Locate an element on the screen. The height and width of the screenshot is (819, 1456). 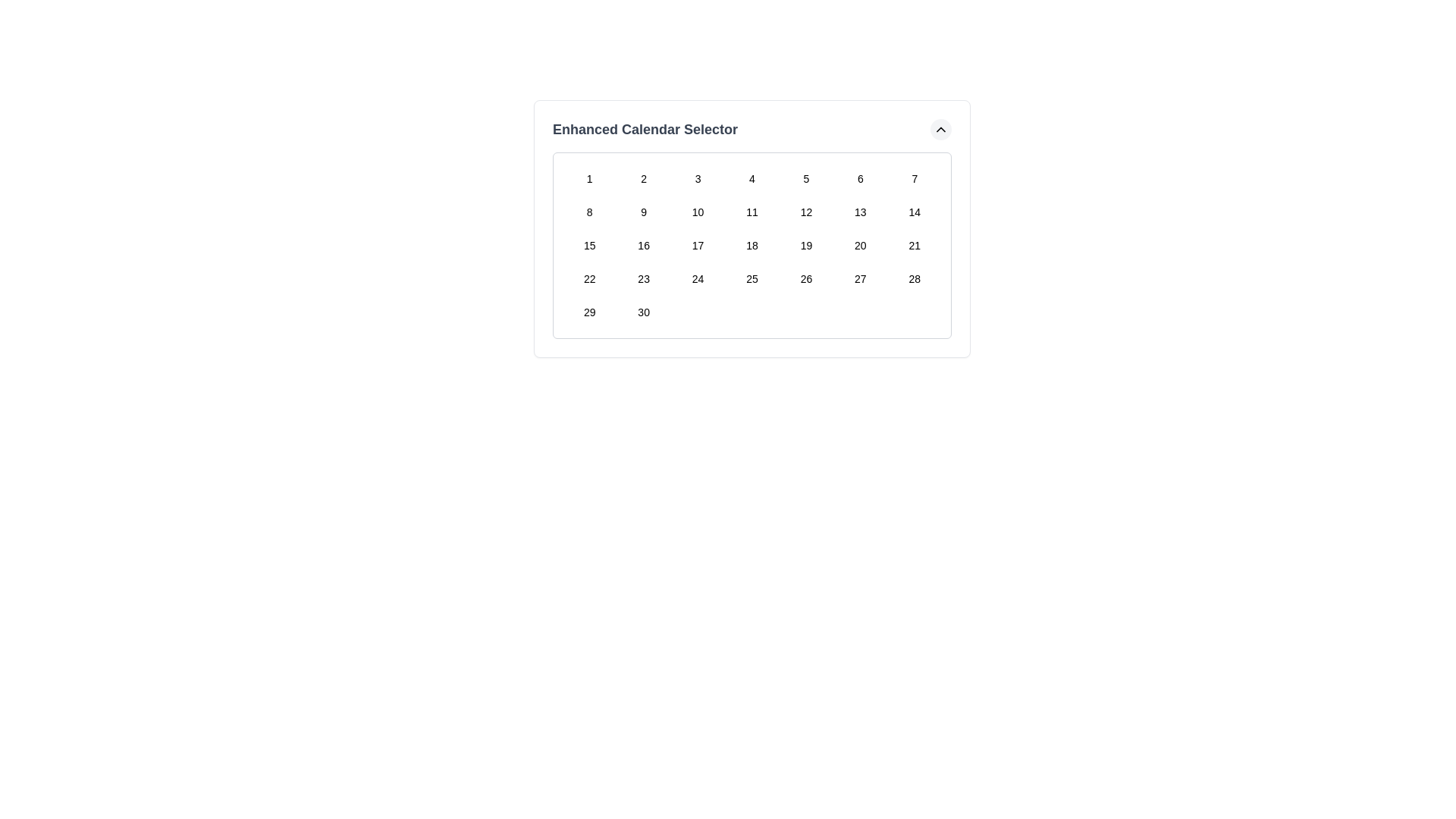
the button representing the date '13' in the calendar interface is located at coordinates (860, 212).